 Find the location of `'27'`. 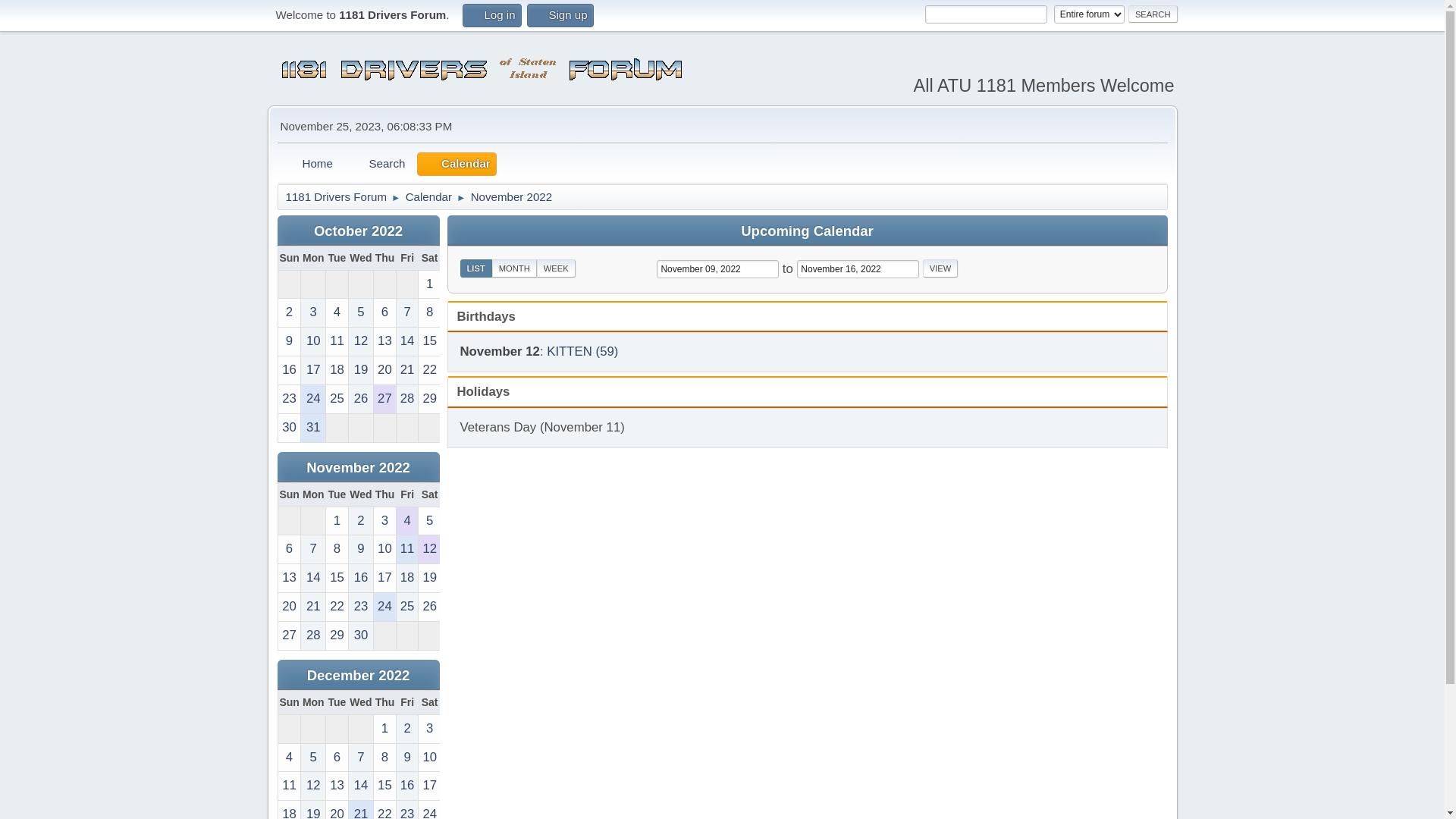

'27' is located at coordinates (288, 635).